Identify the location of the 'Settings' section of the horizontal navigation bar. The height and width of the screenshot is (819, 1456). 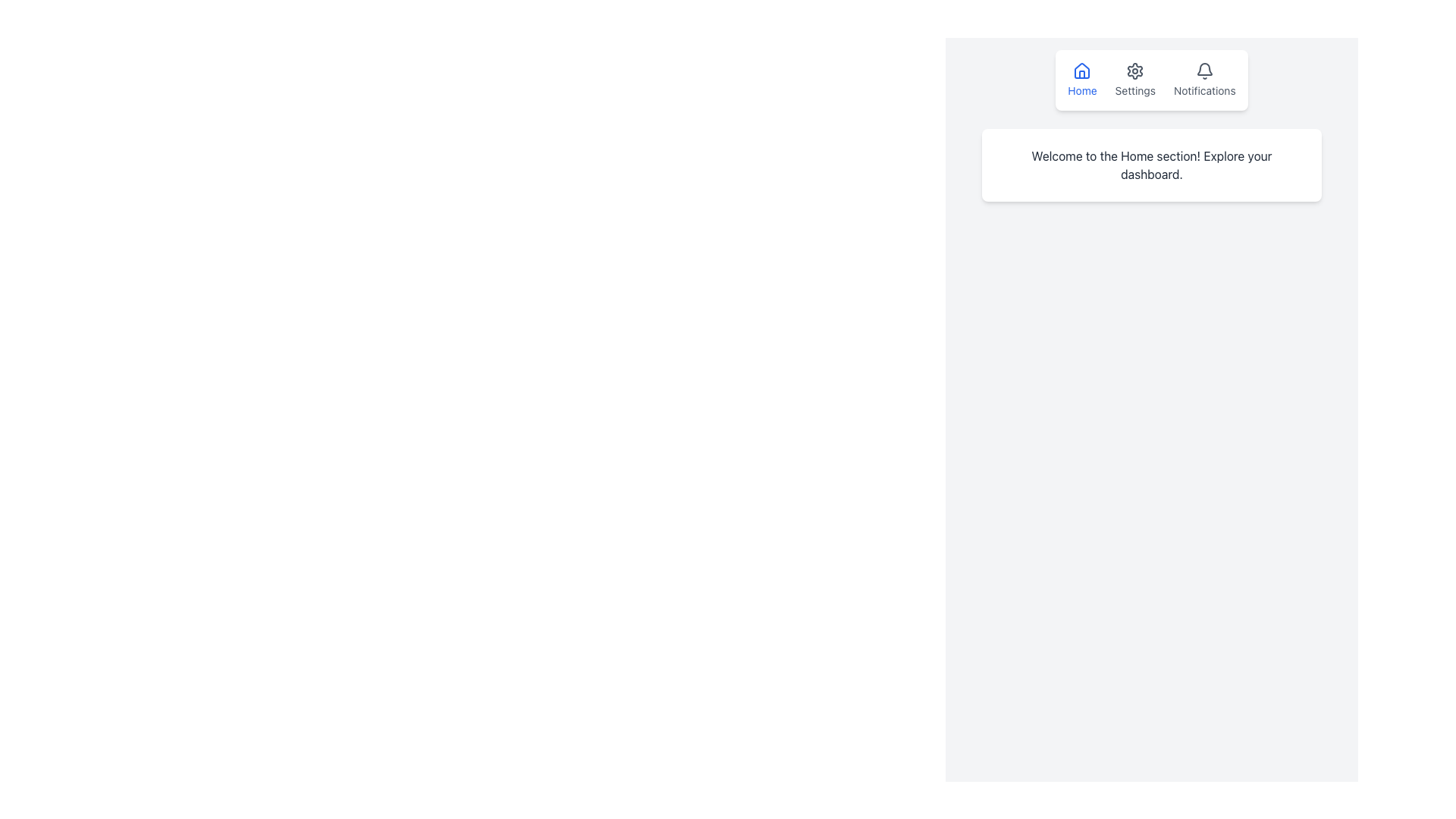
(1151, 80).